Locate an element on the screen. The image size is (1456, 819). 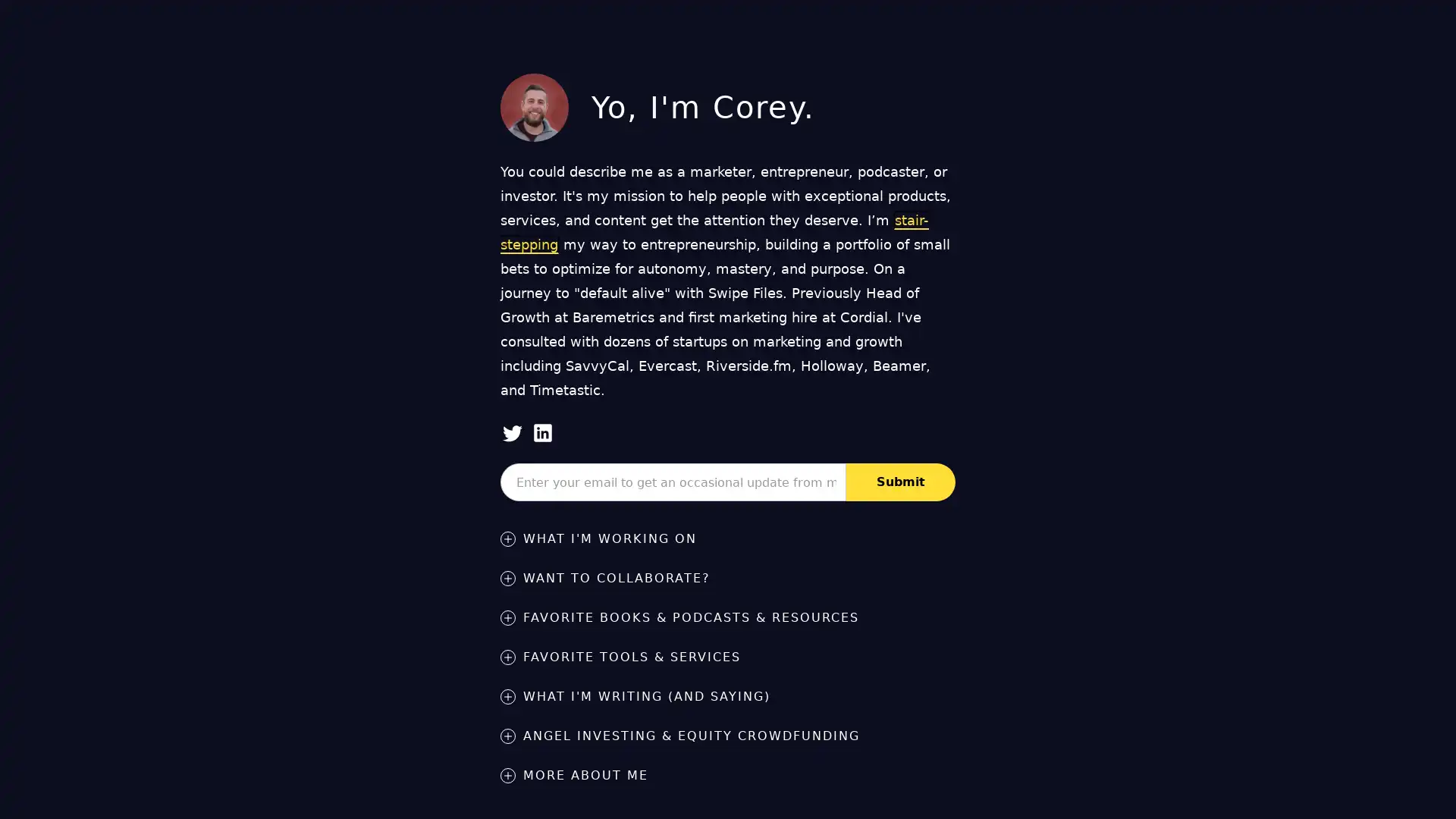
Submit is located at coordinates (901, 482).